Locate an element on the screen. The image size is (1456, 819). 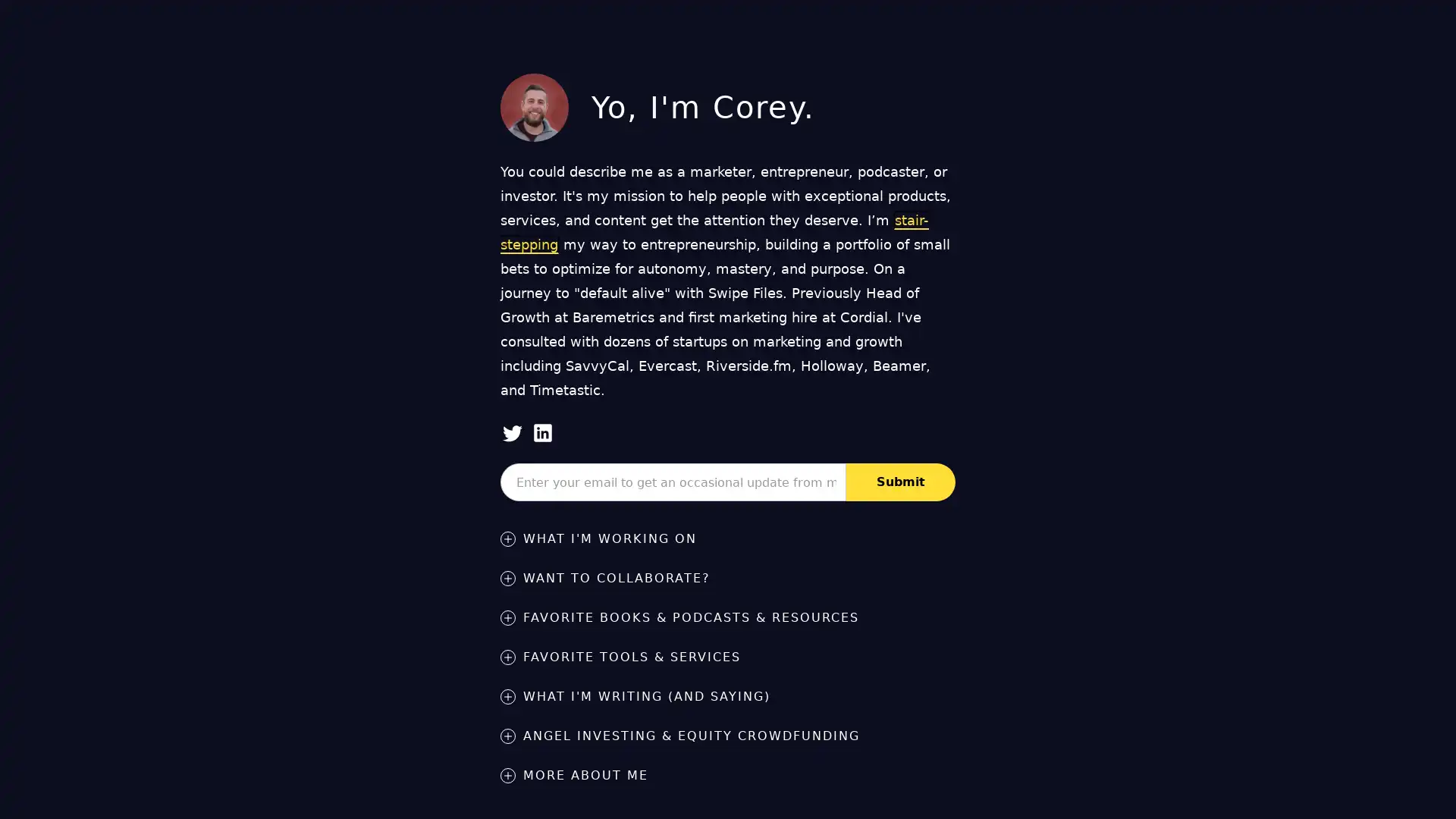
Submit is located at coordinates (901, 482).